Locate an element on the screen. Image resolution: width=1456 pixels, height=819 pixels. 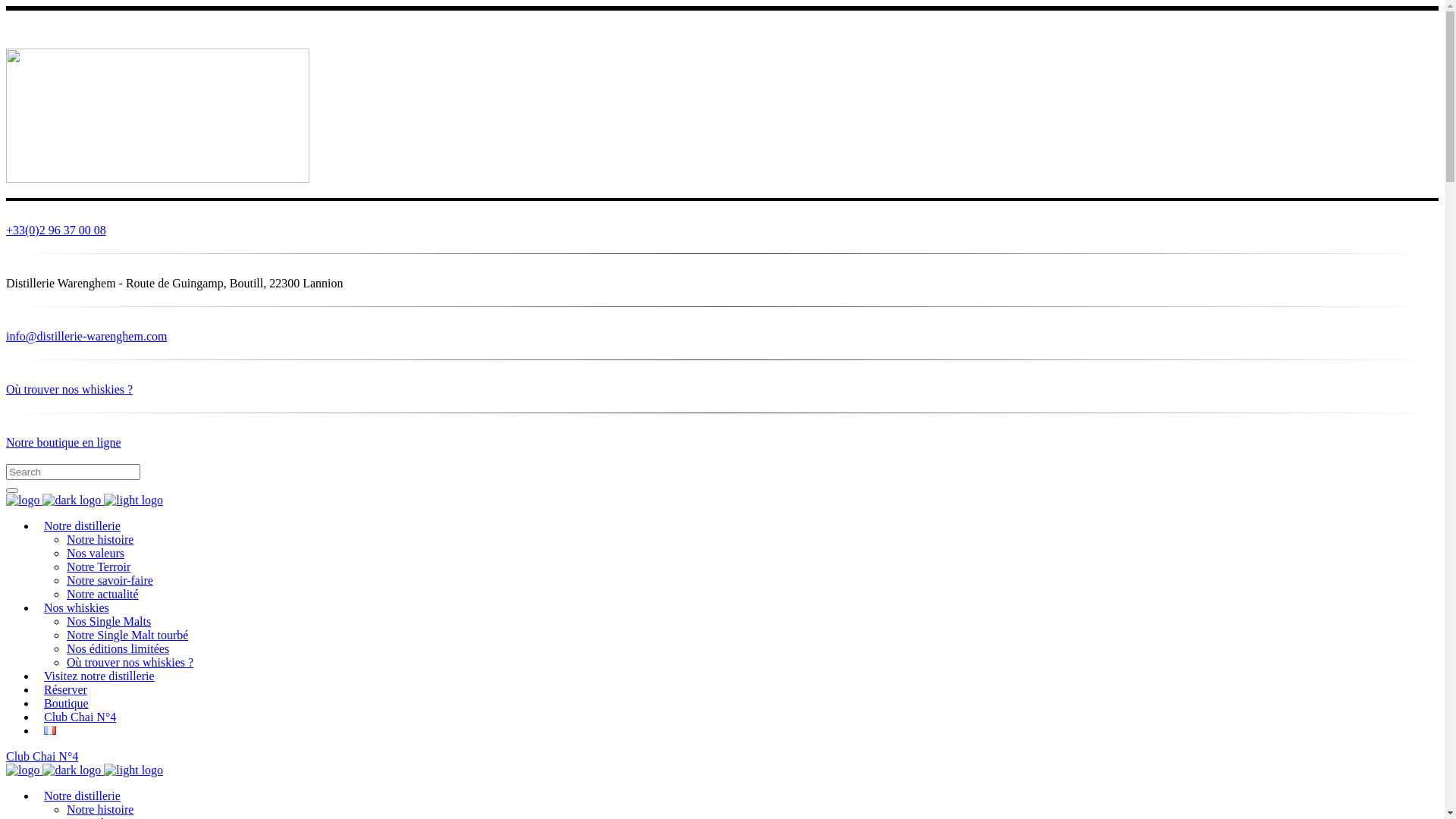
'Nos Single Malts' is located at coordinates (108, 621).